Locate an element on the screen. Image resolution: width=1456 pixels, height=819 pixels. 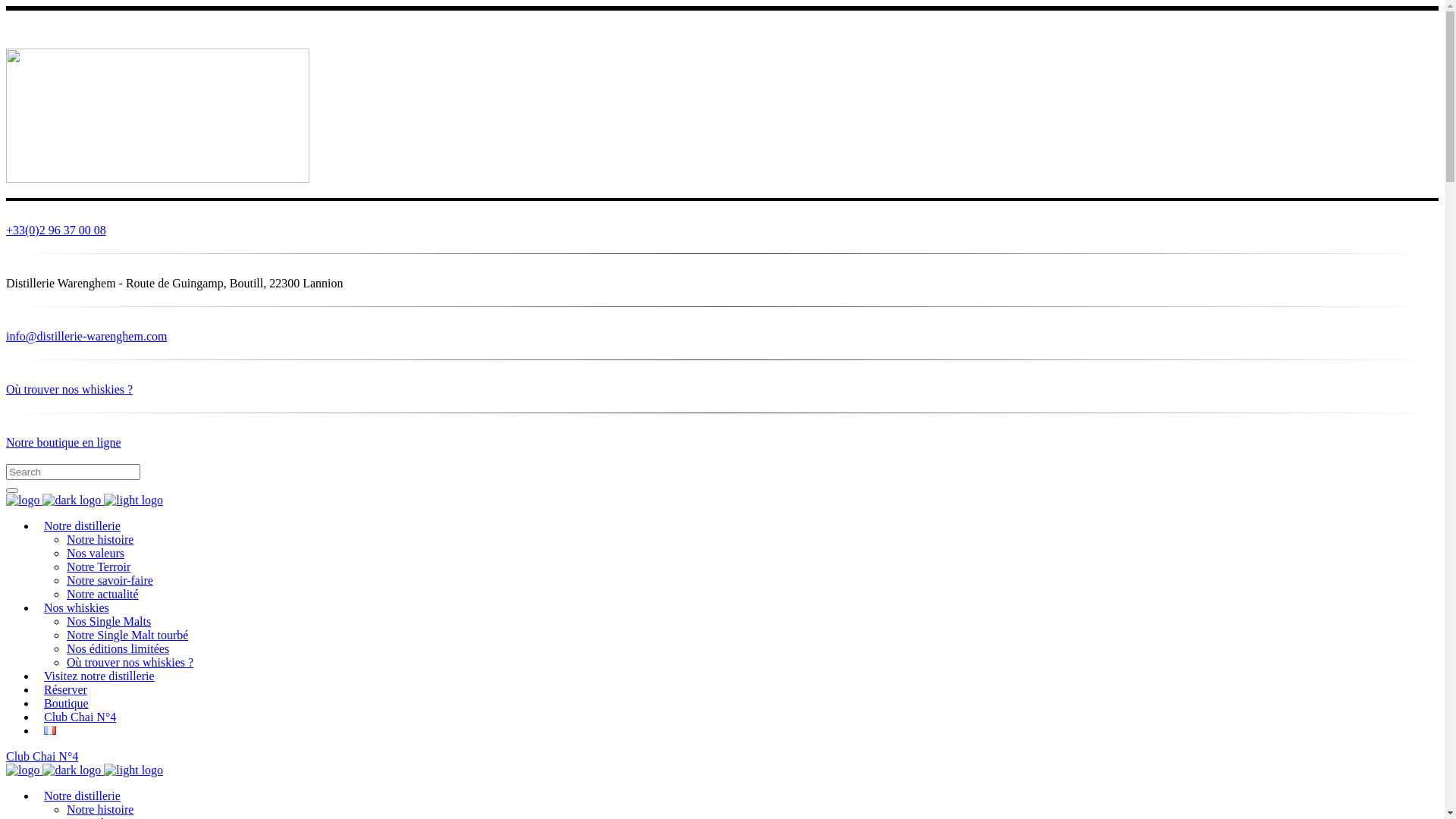
'Nos Single Malts' is located at coordinates (108, 621).